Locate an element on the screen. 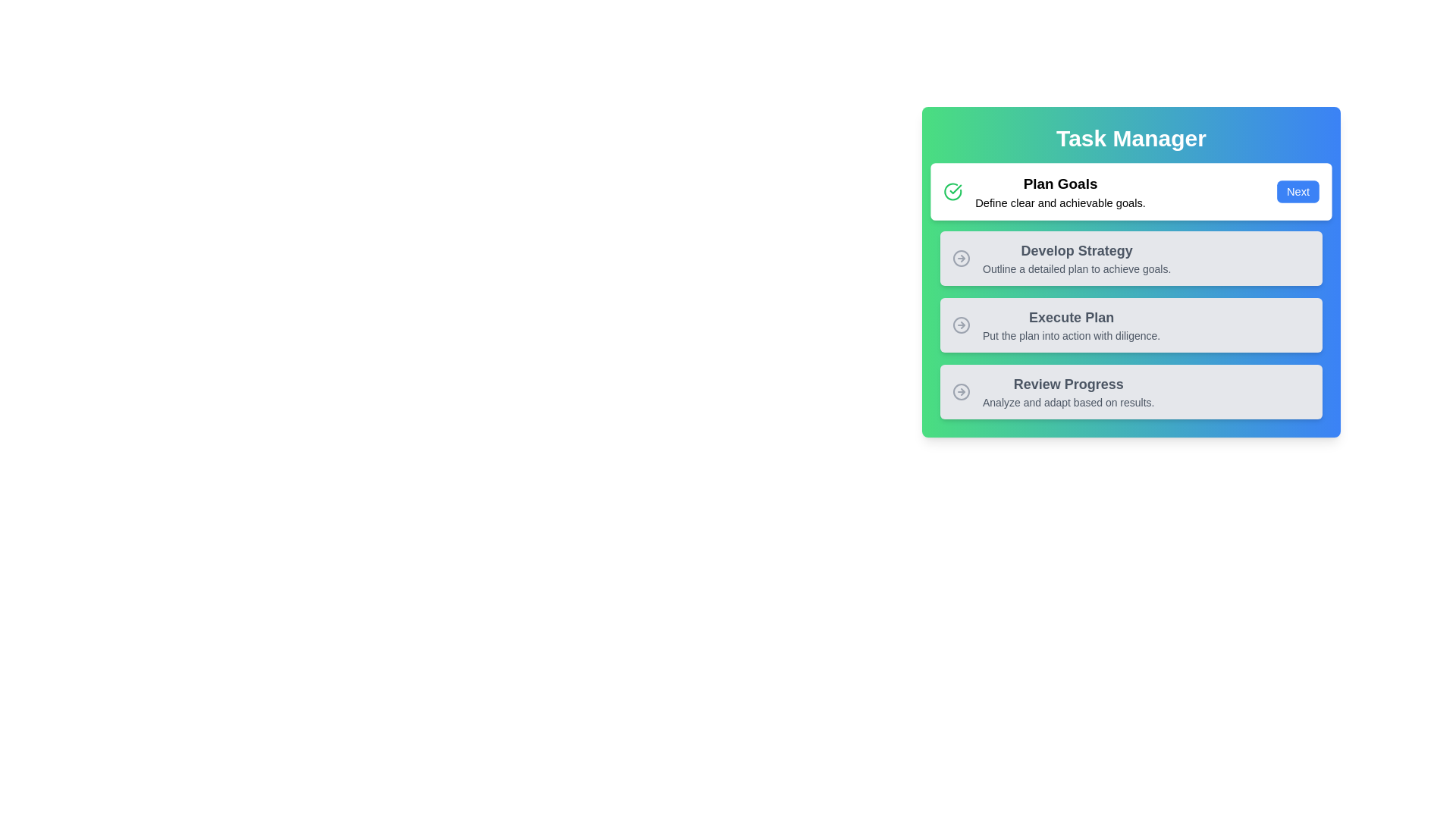 This screenshot has width=1456, height=819. the non-interactive text label displaying 'Review Progress', which is styled in bold typography and located within the fourth task of a vertical list of tasks is located at coordinates (1068, 383).